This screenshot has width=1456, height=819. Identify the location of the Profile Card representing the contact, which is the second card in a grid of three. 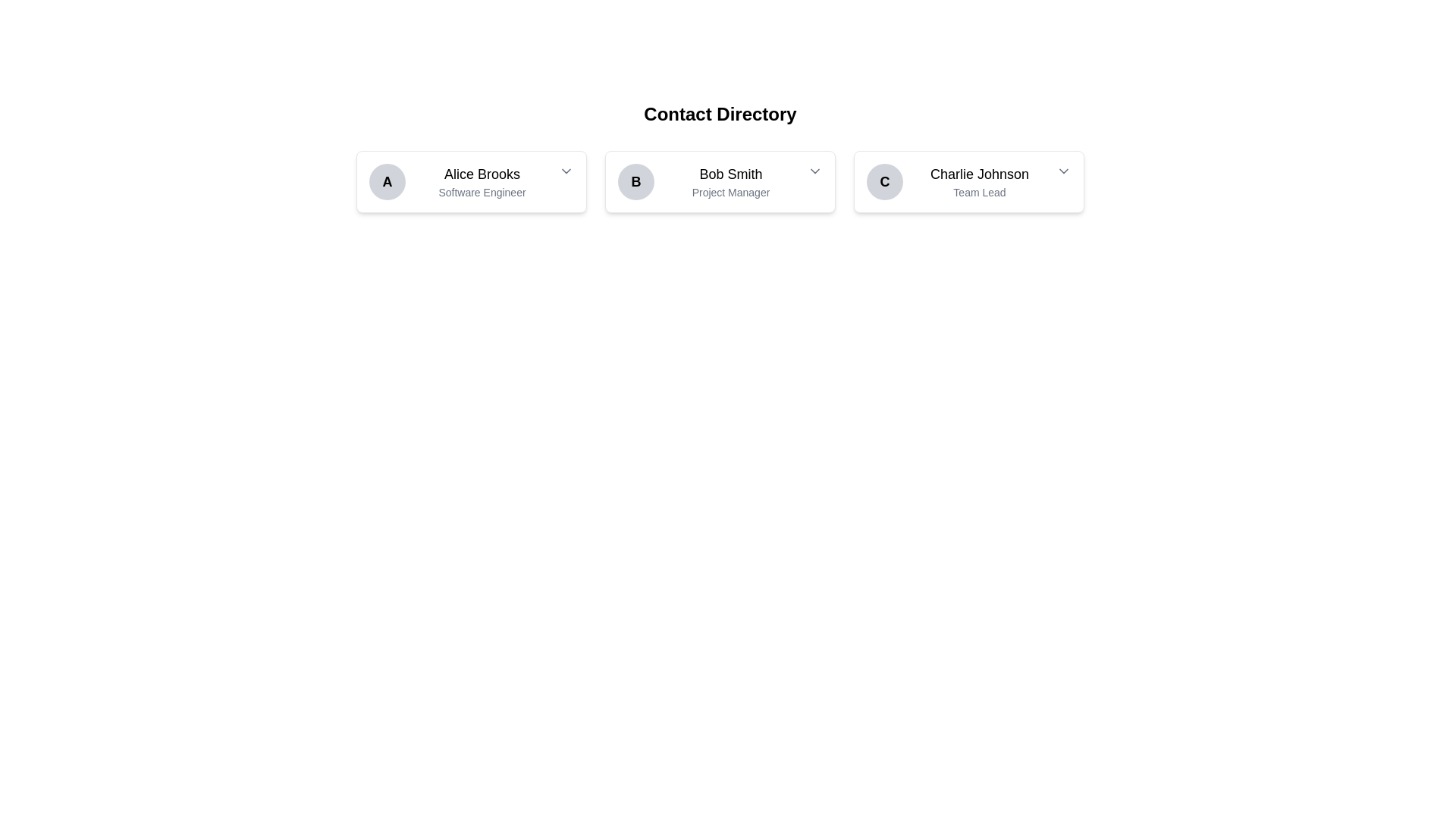
(720, 180).